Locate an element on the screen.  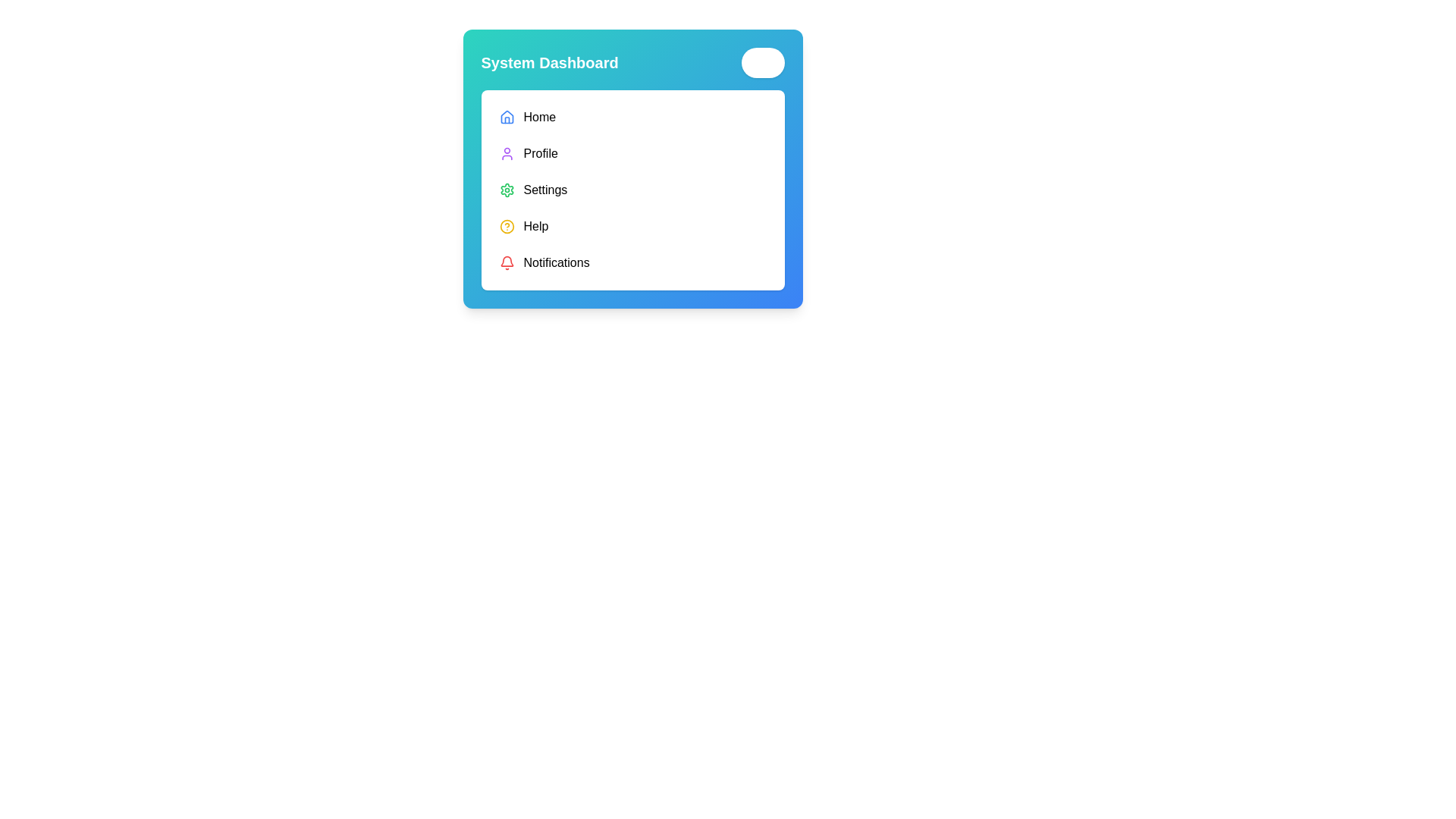
the 'Settings' item in the vertical navigational menu located centrally within the white rounded rectangle section of the 'System Dashboard' is located at coordinates (632, 189).